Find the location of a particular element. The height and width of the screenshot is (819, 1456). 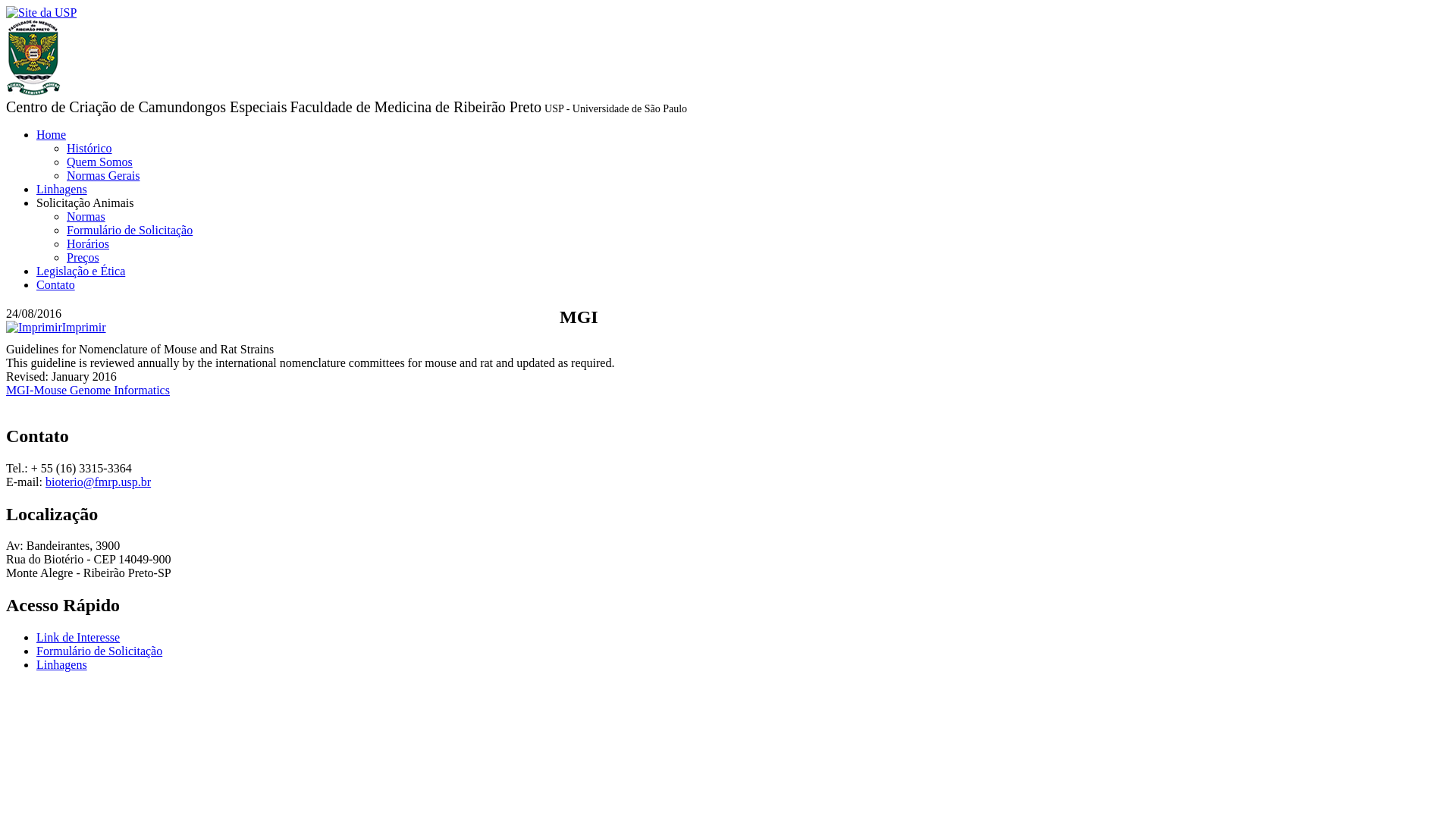

'Home' is located at coordinates (51, 133).